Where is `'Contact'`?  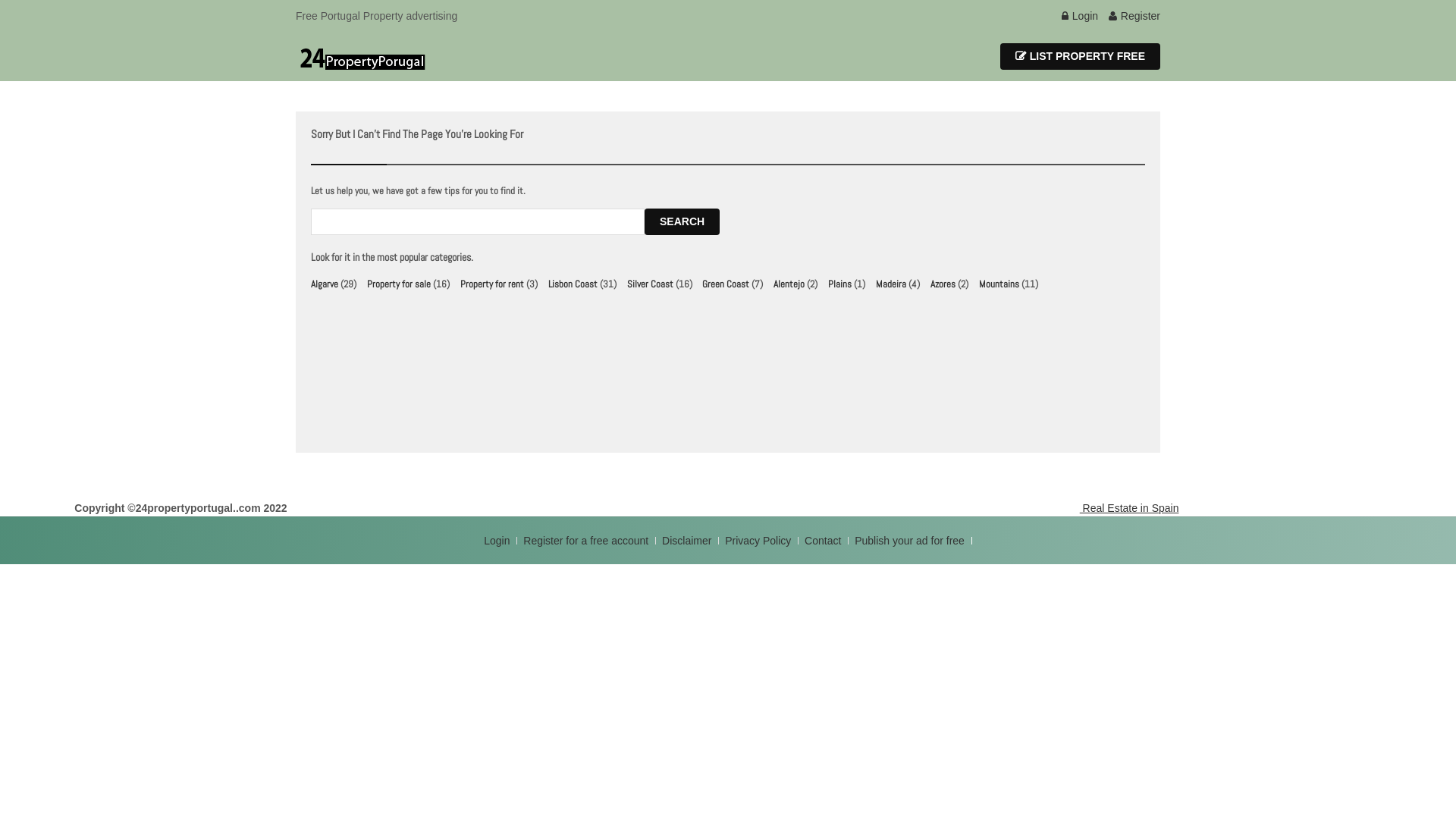
'Contact' is located at coordinates (823, 540).